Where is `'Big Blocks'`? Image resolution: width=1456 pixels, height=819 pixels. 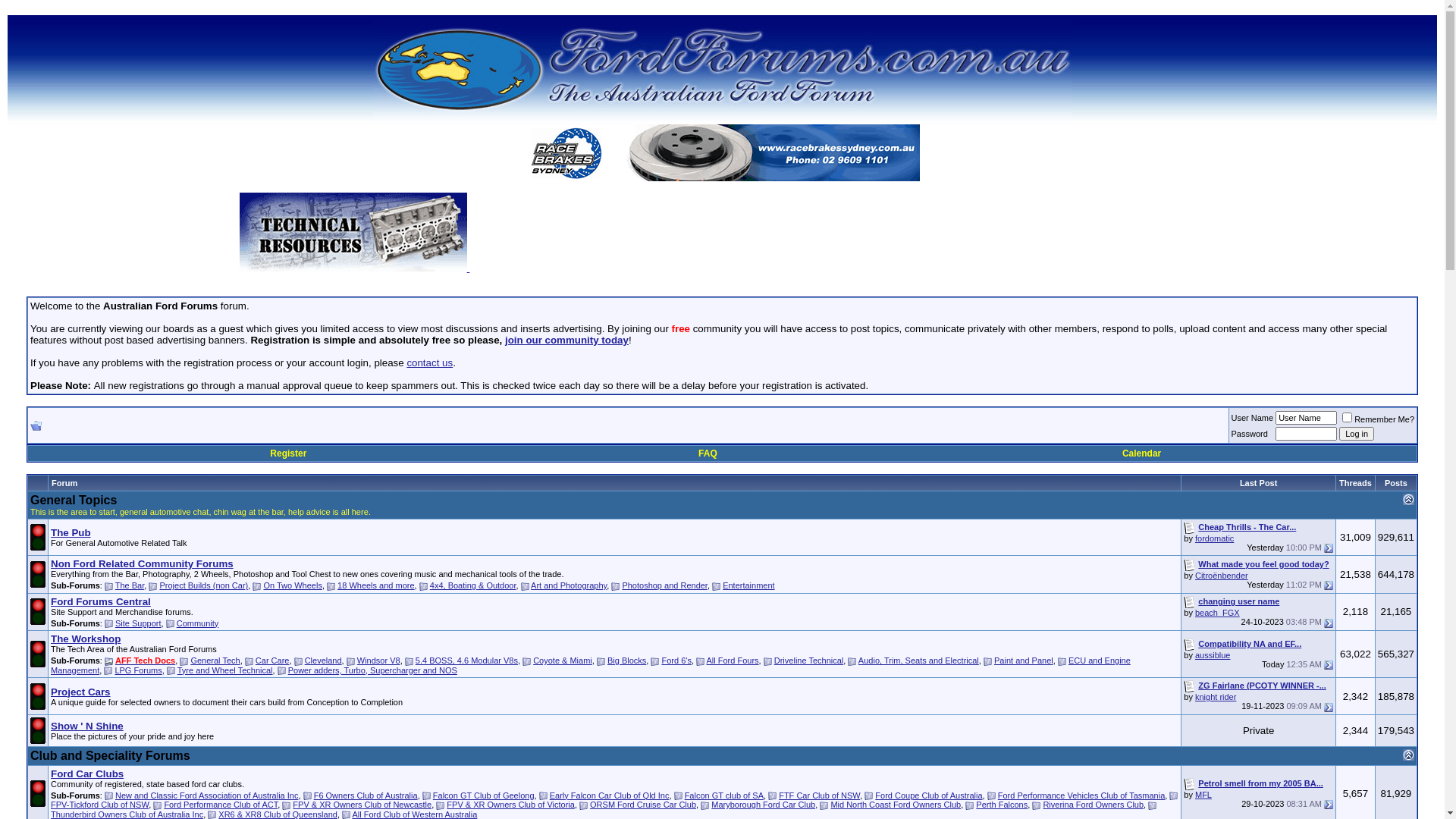 'Big Blocks' is located at coordinates (626, 660).